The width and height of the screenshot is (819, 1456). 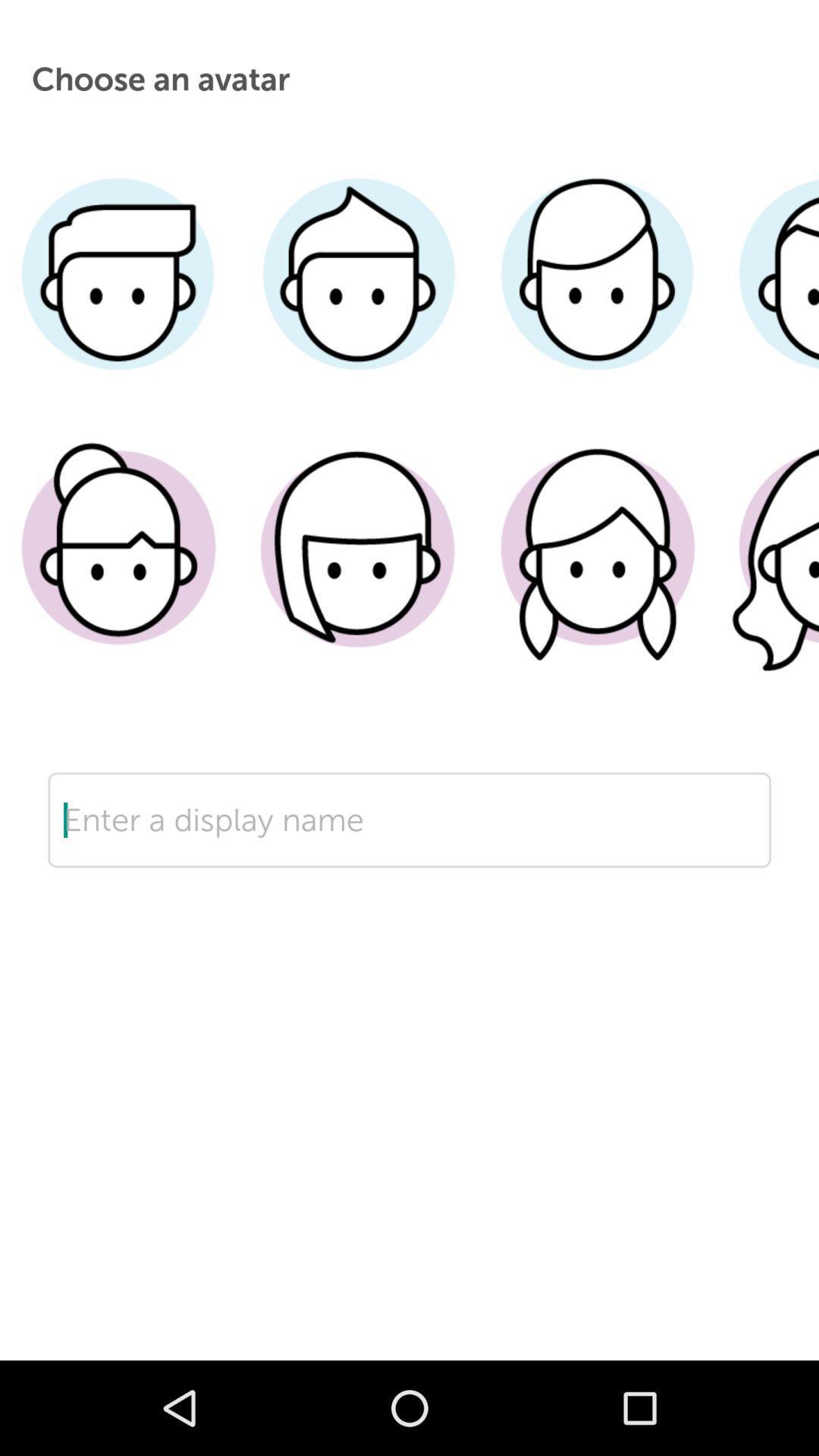 What do you see at coordinates (409, 868) in the screenshot?
I see `place to enter display name` at bounding box center [409, 868].